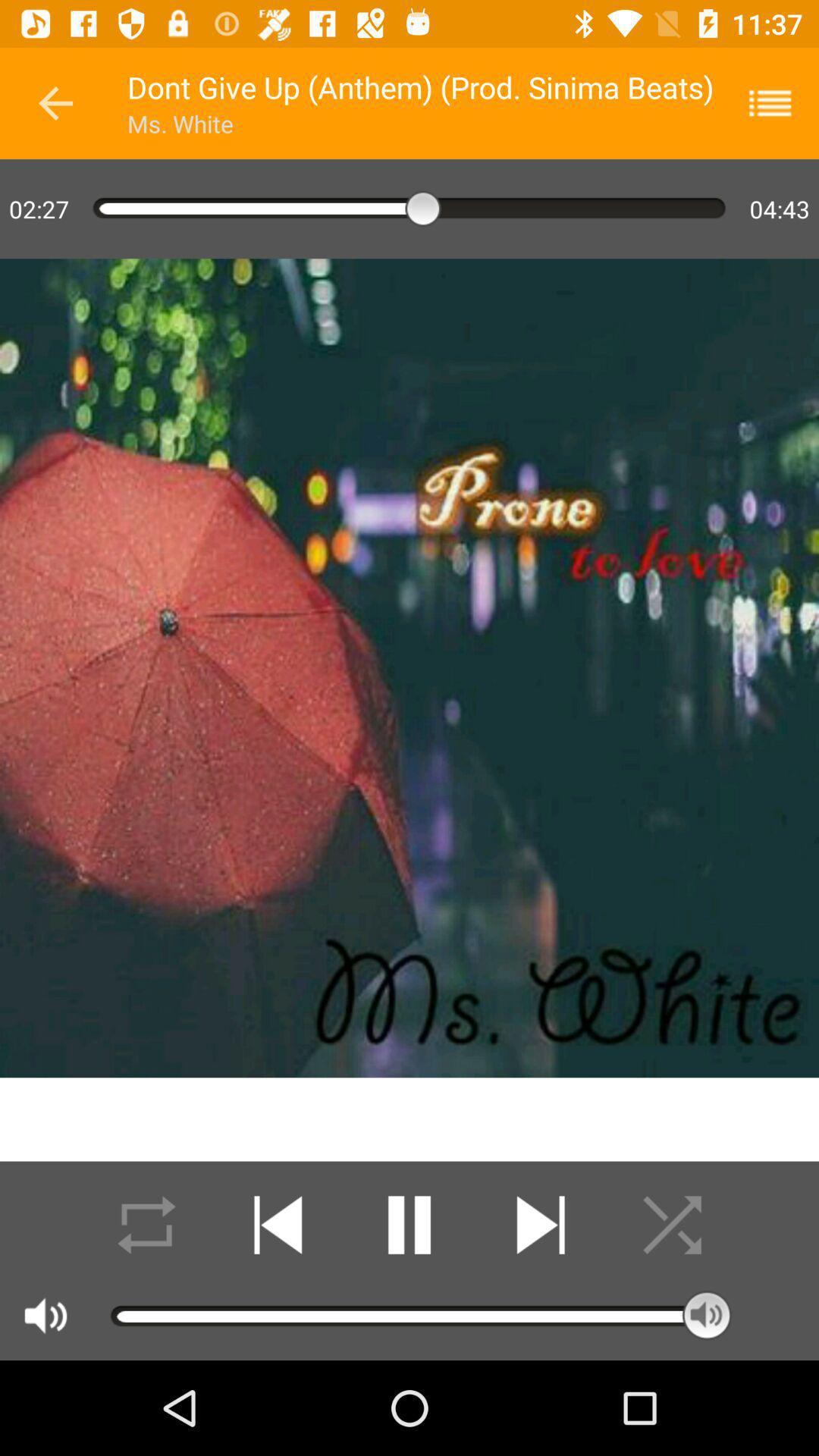 This screenshot has height=1456, width=819. Describe the element at coordinates (780, 102) in the screenshot. I see `song list` at that location.